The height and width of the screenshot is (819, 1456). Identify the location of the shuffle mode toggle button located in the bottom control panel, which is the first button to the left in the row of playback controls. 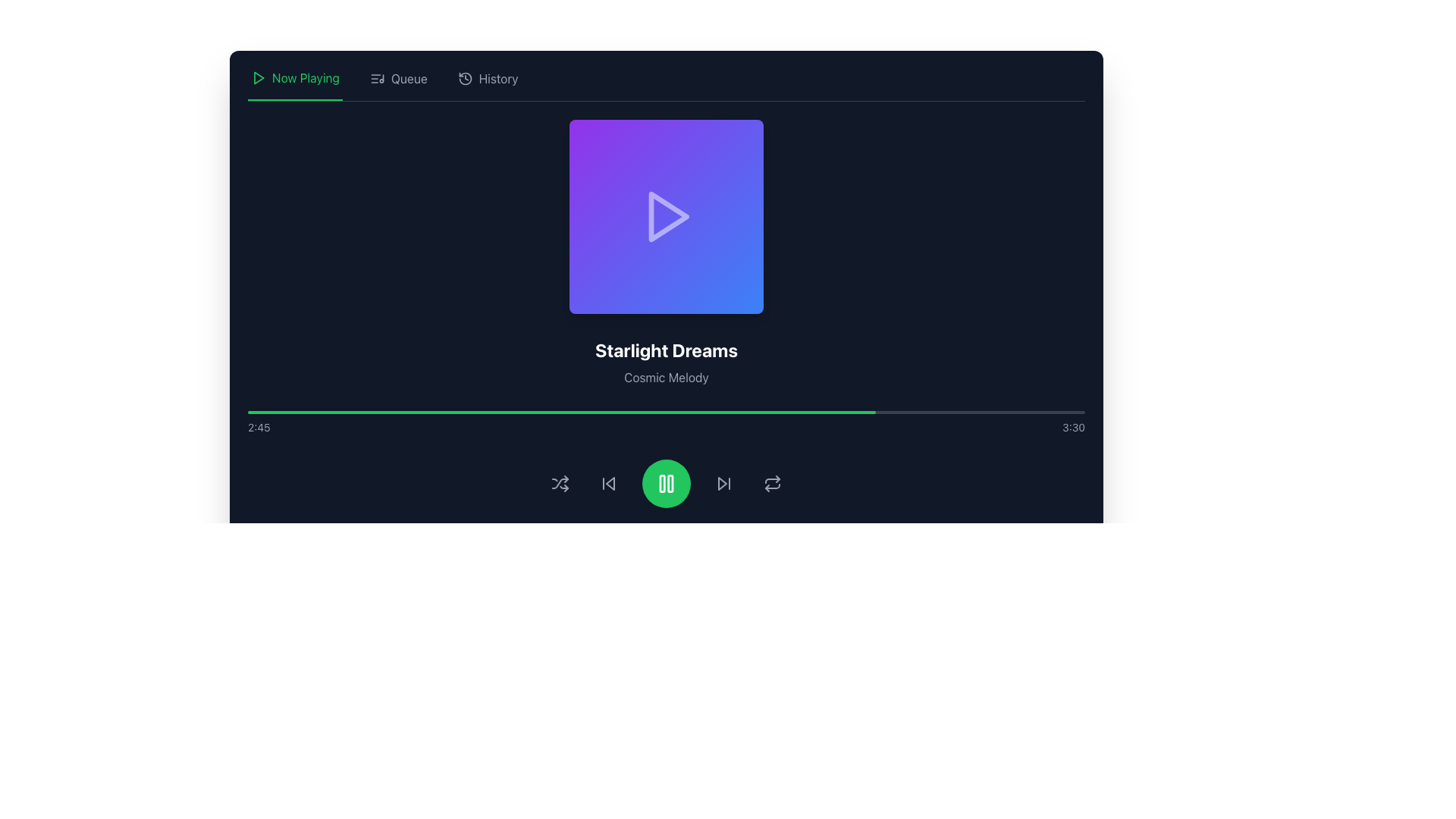
(560, 483).